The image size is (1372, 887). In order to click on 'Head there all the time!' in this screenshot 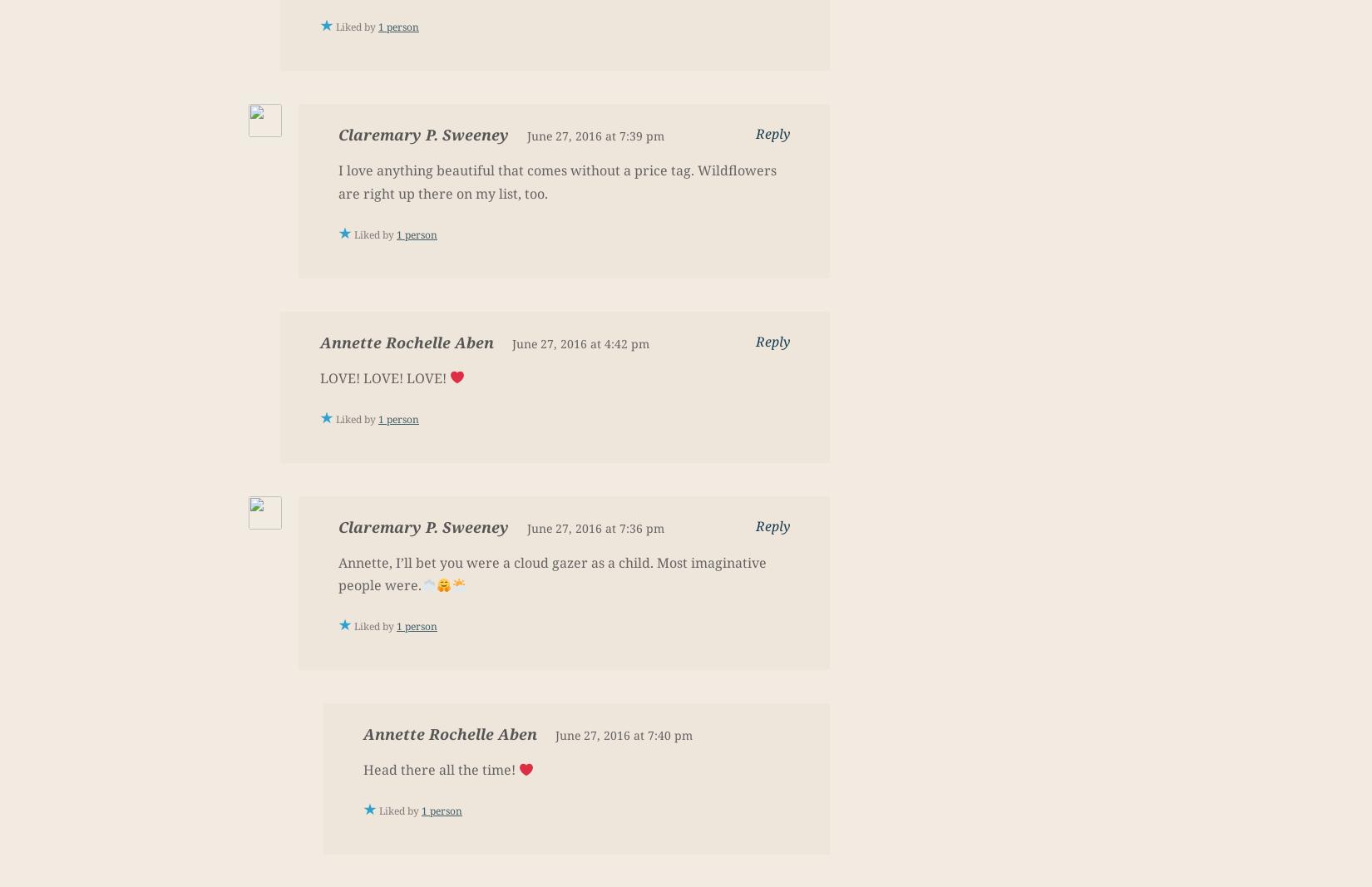, I will do `click(440, 770)`.